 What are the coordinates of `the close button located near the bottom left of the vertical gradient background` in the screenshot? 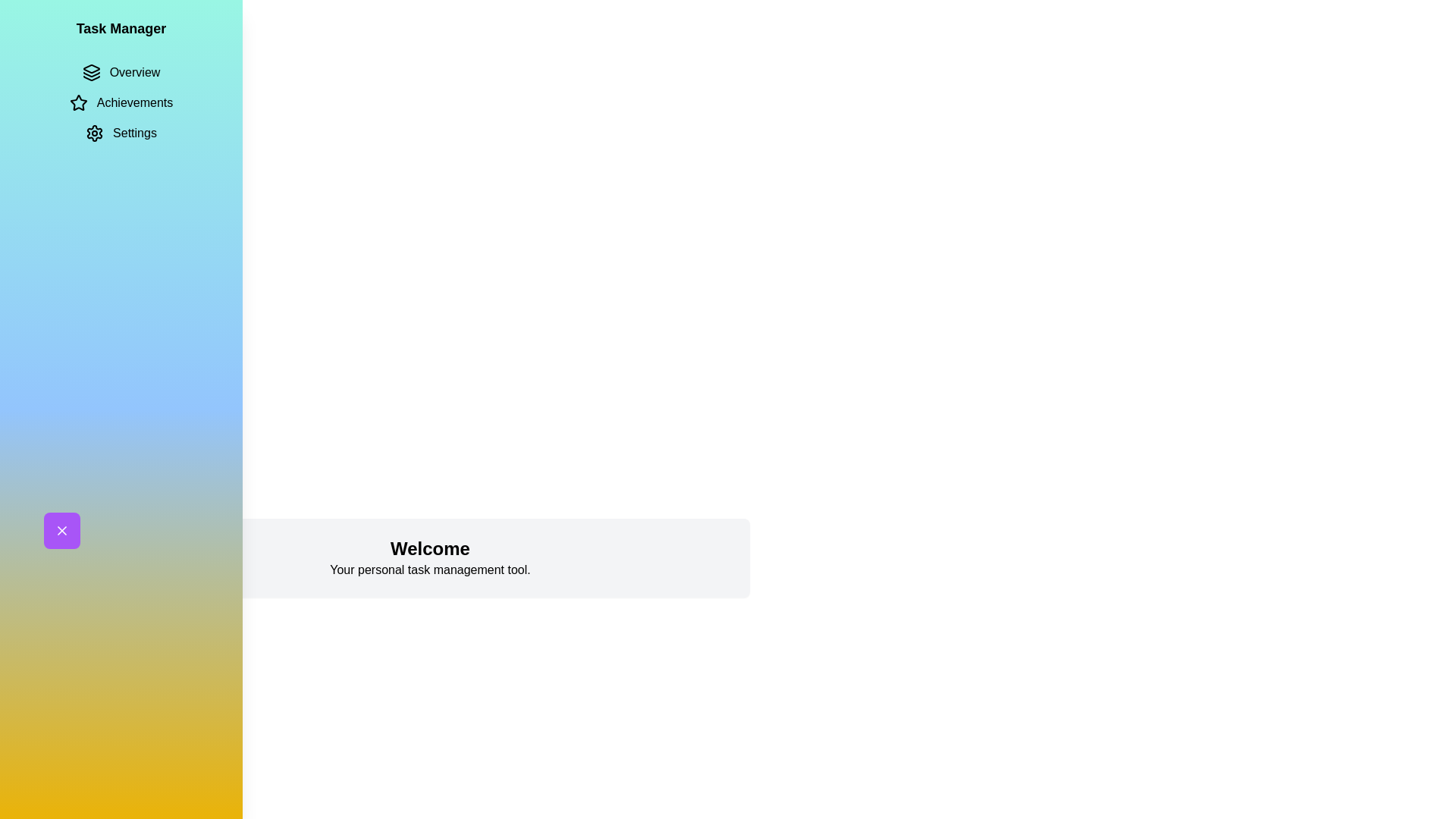 It's located at (61, 529).